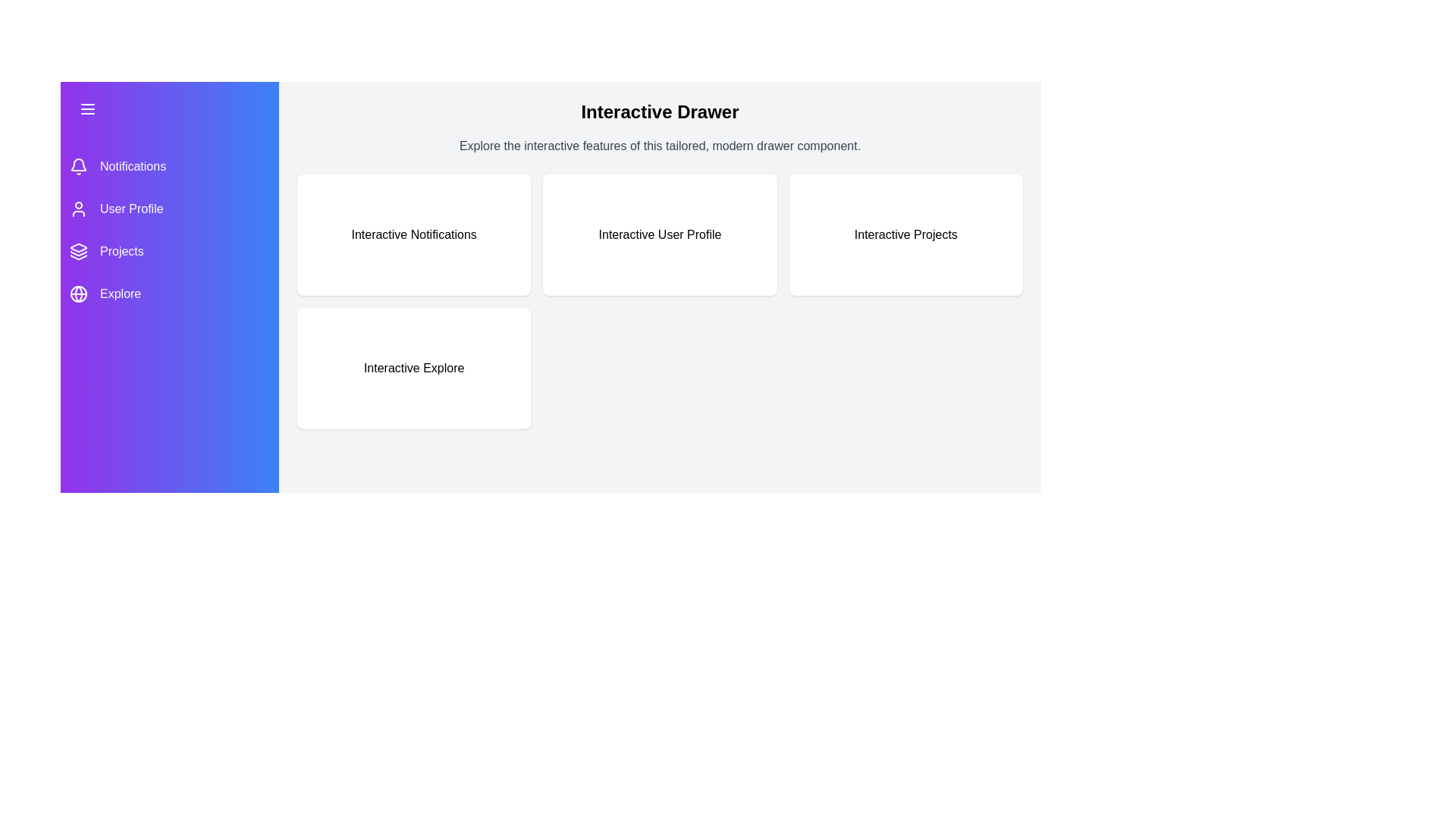  Describe the element at coordinates (170, 250) in the screenshot. I see `the menu item Projects to navigate` at that location.